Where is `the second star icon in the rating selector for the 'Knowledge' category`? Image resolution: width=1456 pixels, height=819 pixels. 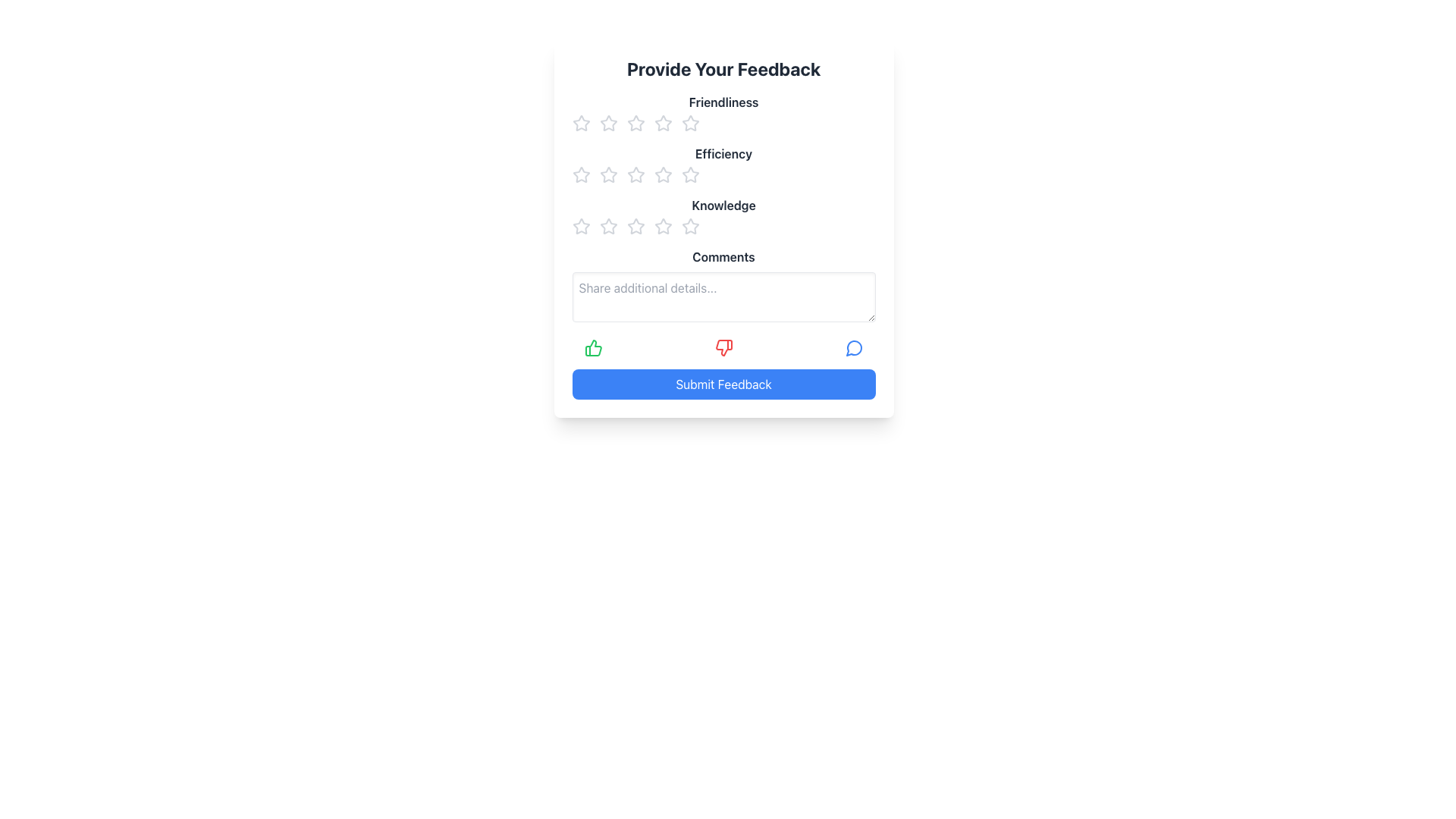 the second star icon in the rating selector for the 'Knowledge' category is located at coordinates (608, 227).